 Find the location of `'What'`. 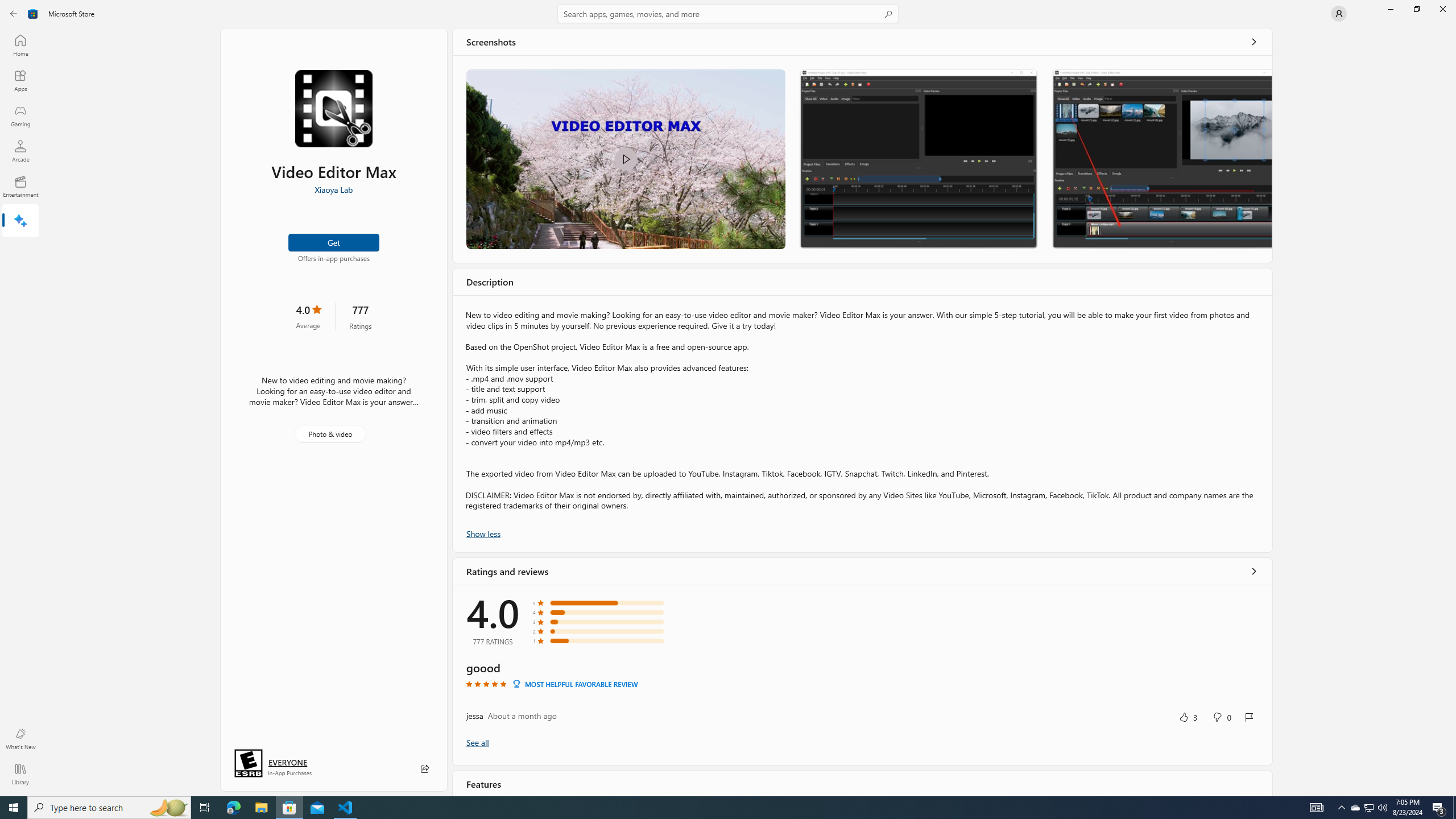

'What' is located at coordinates (19, 738).